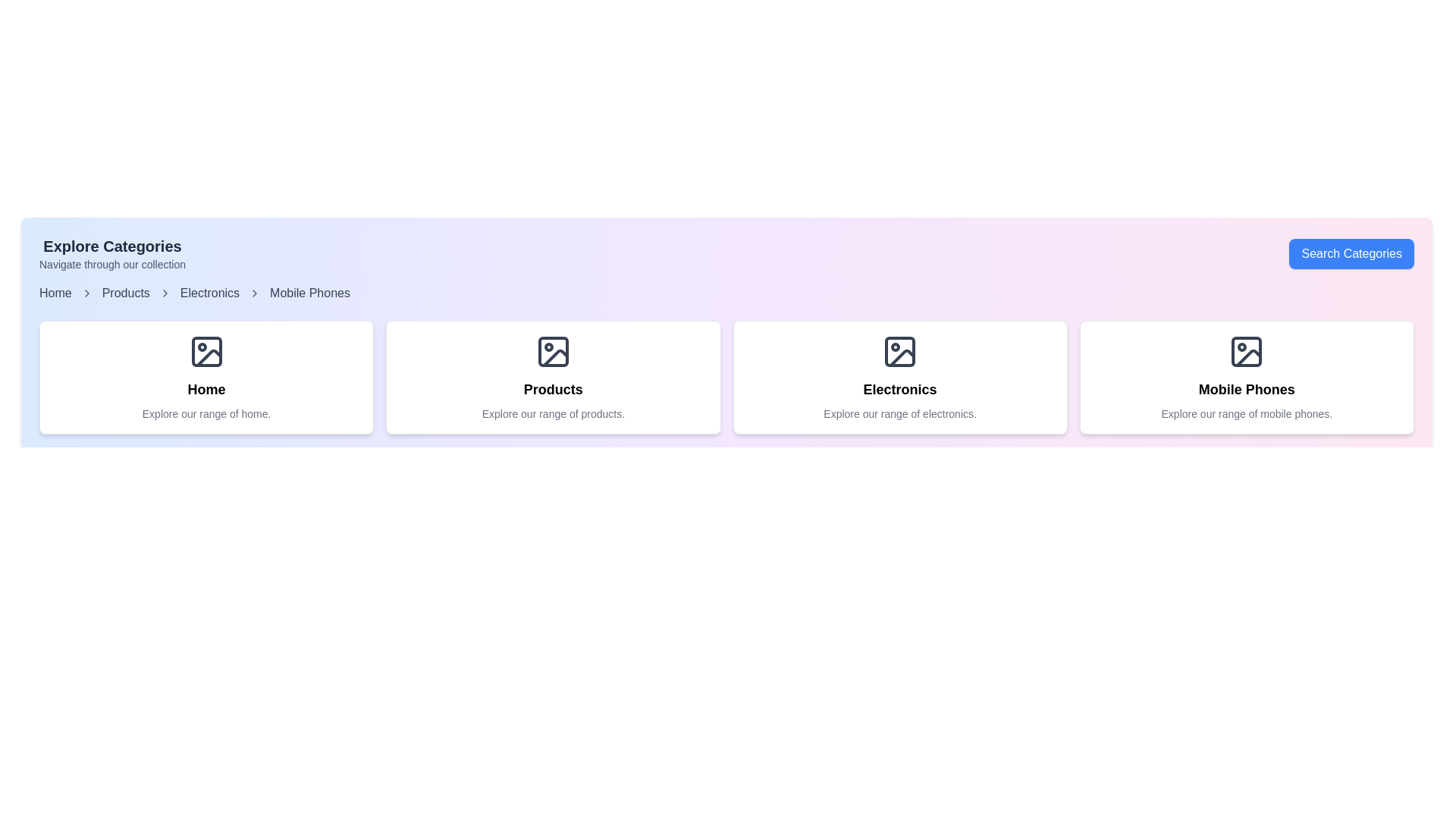  What do you see at coordinates (86, 293) in the screenshot?
I see `the first chevron icon in the breadcrumb navigation component, which separates the 'Home' and 'Products' links` at bounding box center [86, 293].